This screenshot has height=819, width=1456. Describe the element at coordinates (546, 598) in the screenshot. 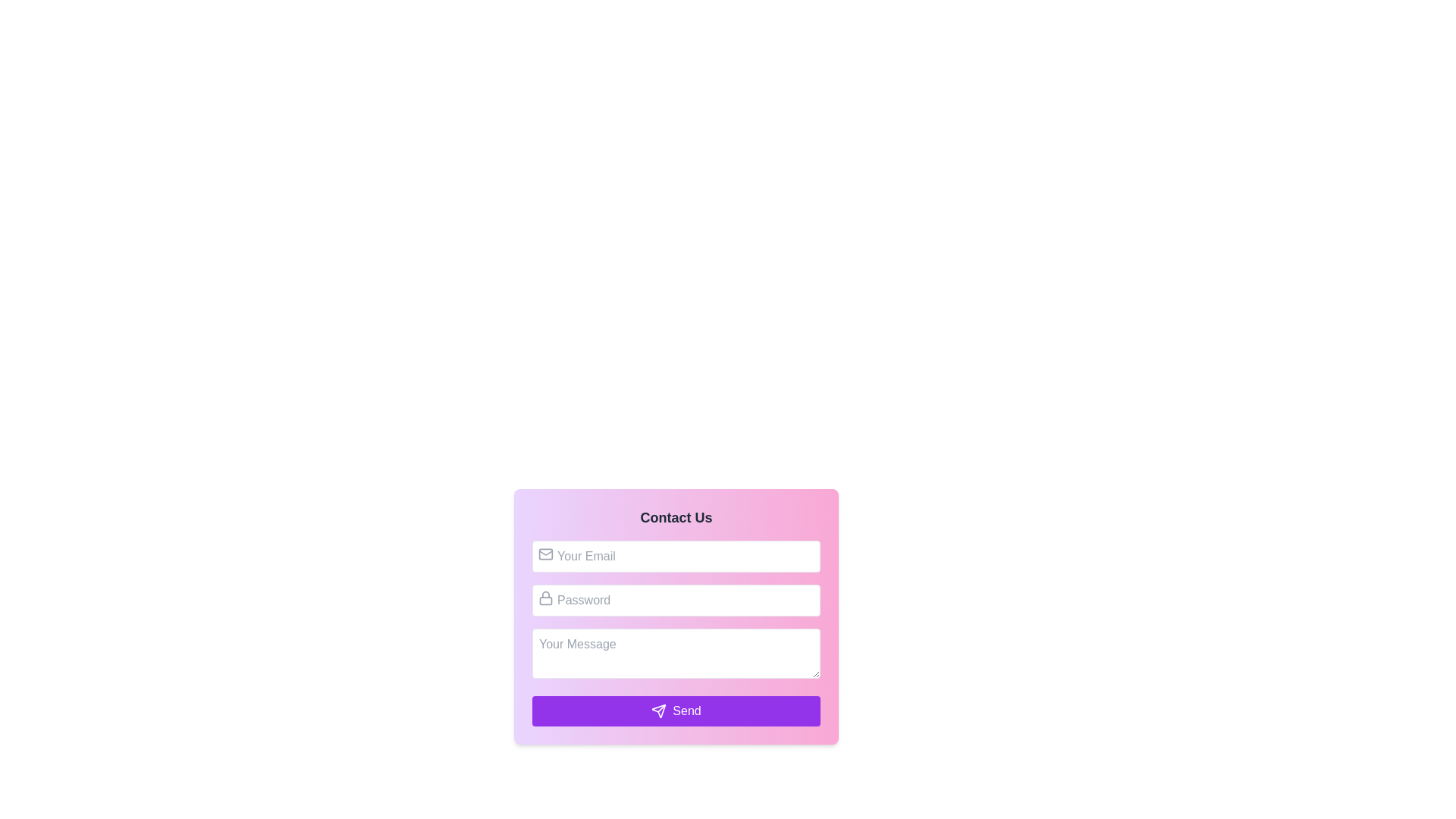

I see `the small gray lock icon located at the top-left corner of the password input field, indicating a locked state` at that location.